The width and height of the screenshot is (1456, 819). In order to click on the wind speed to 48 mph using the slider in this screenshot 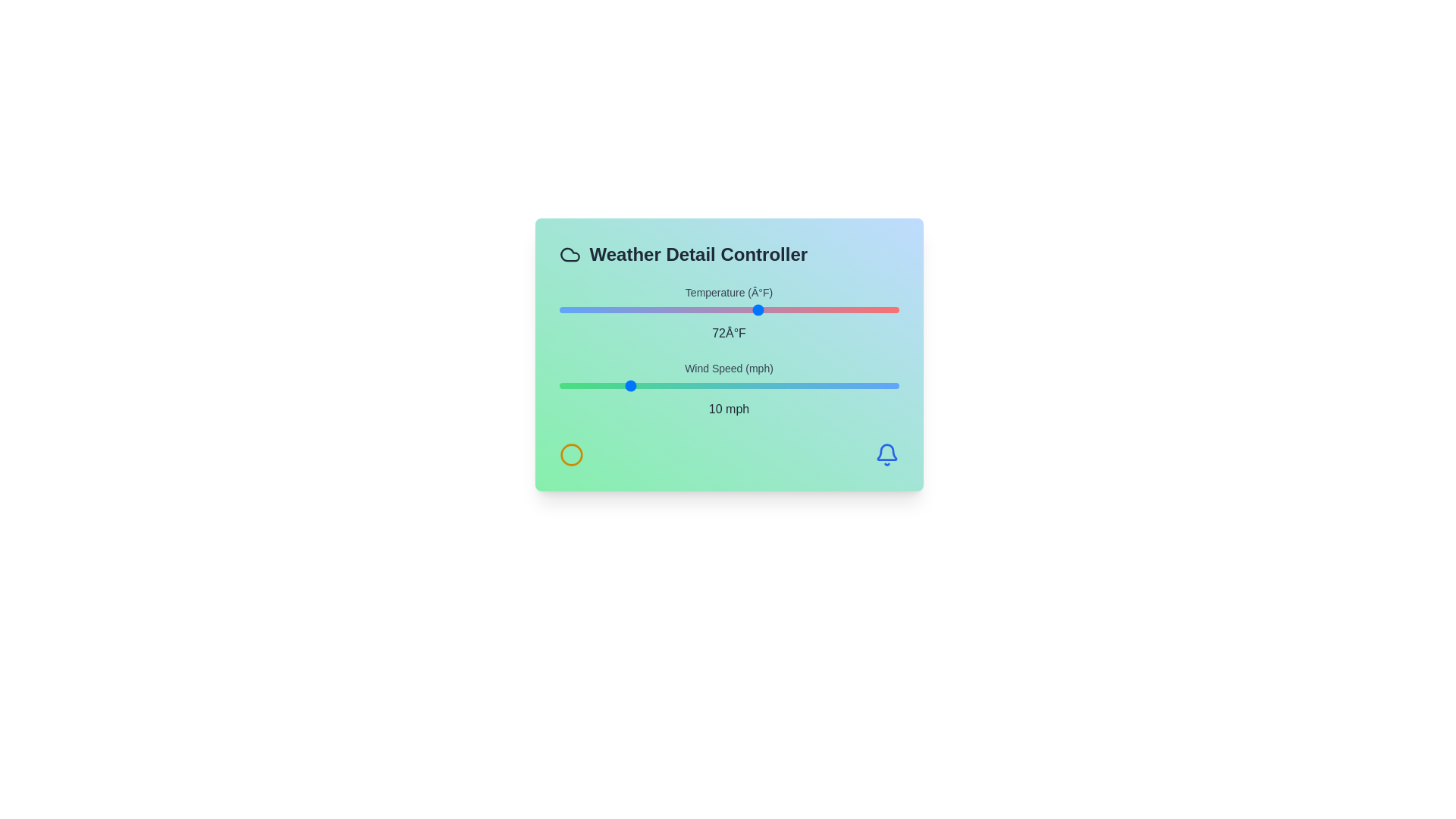, I will do `click(885, 385)`.